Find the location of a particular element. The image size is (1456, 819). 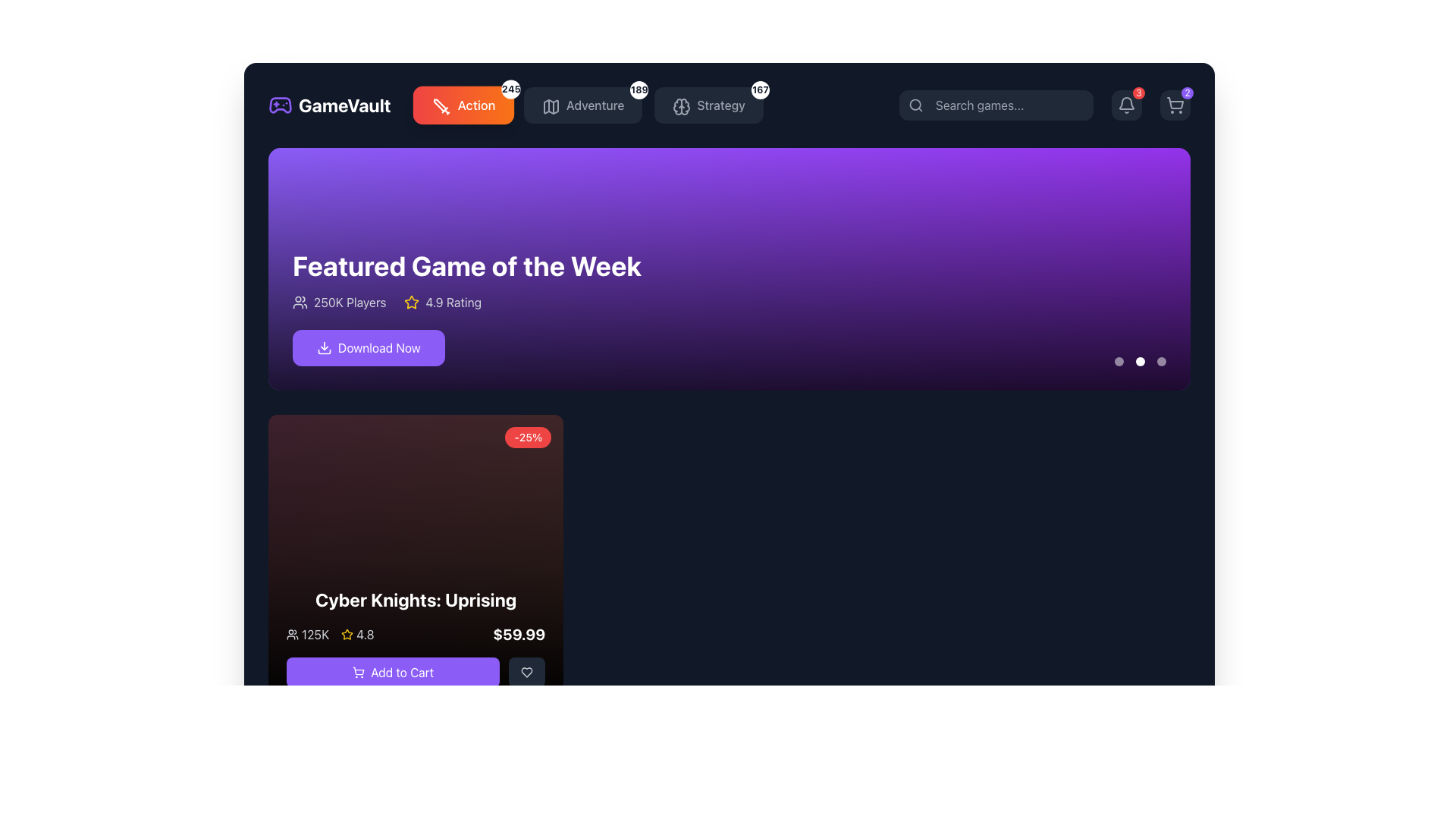

the small square-shaped map icon is located at coordinates (548, 104).